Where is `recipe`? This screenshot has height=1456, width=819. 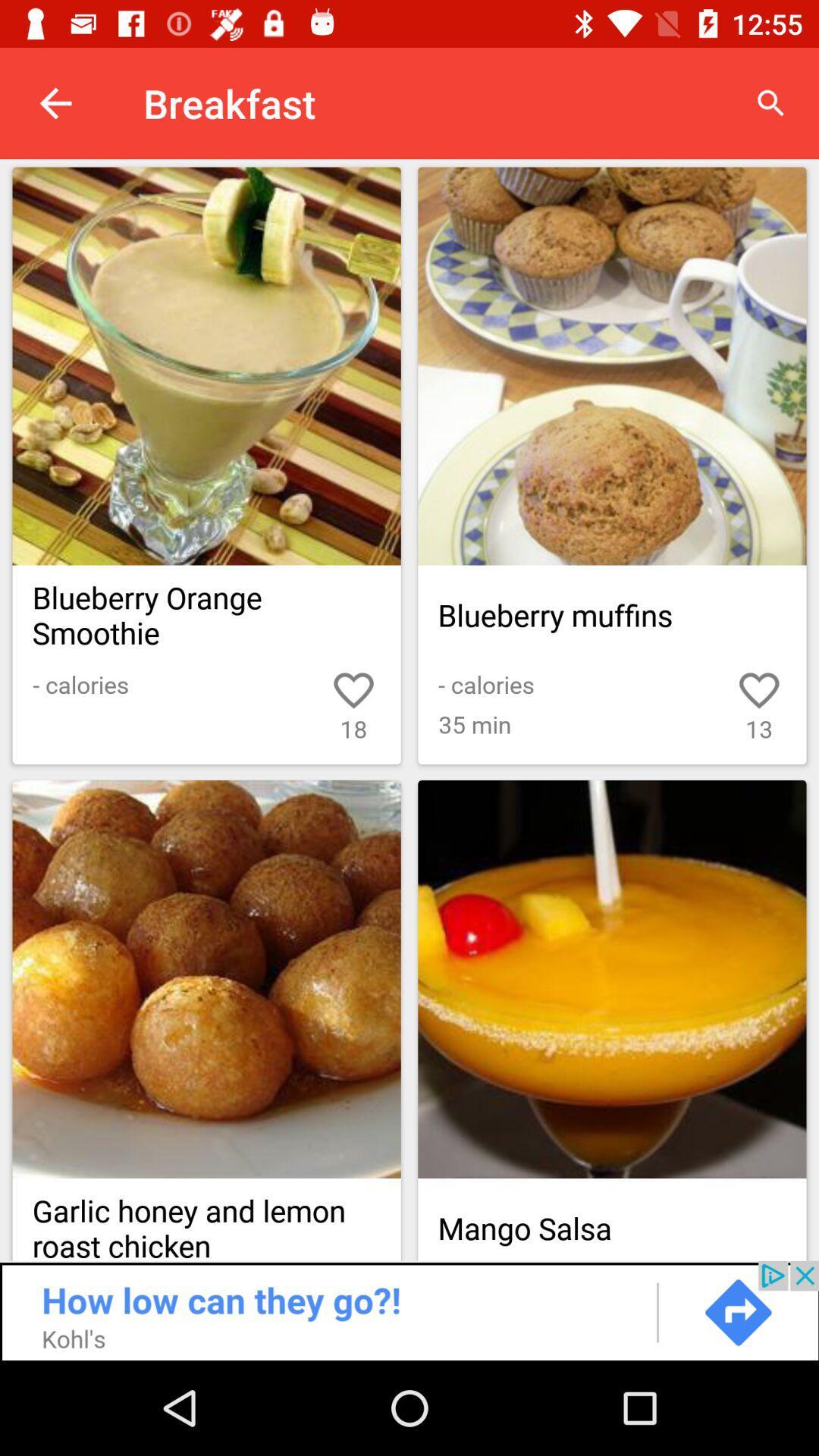
recipe is located at coordinates (611, 979).